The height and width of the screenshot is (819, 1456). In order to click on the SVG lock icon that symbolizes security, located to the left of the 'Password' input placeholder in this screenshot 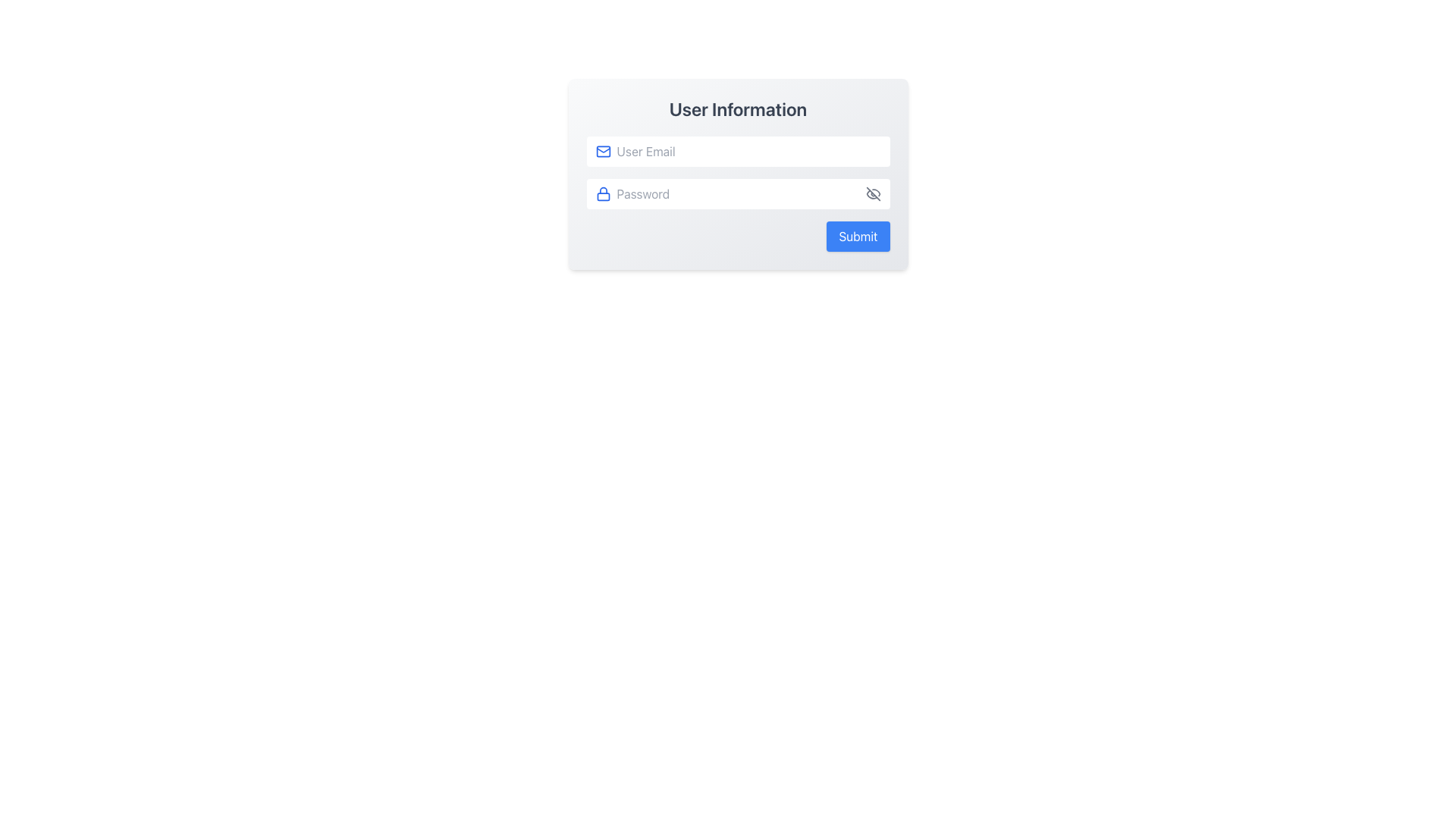, I will do `click(602, 193)`.